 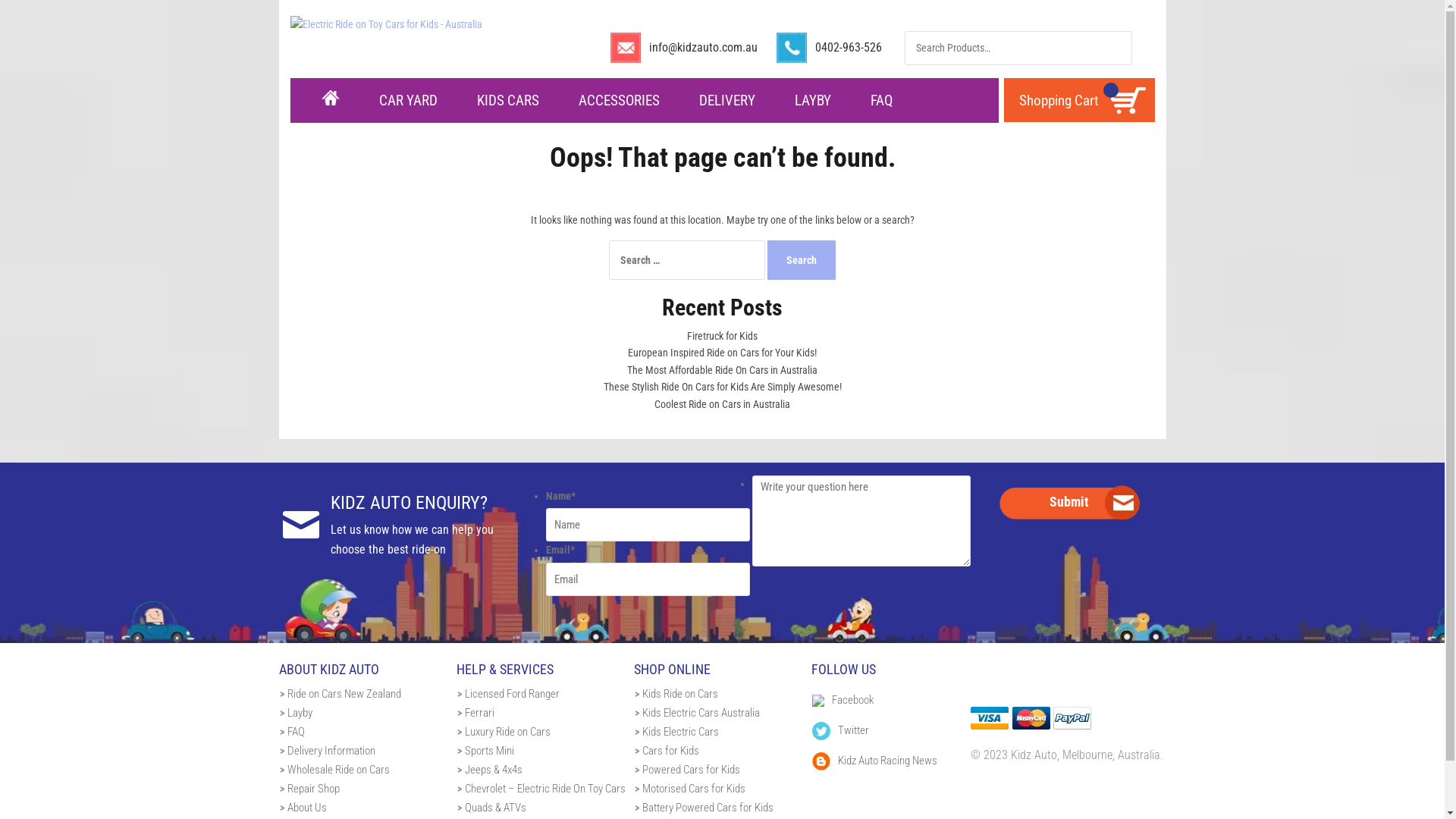 I want to click on 'ACCESSORIES', so click(x=618, y=101).